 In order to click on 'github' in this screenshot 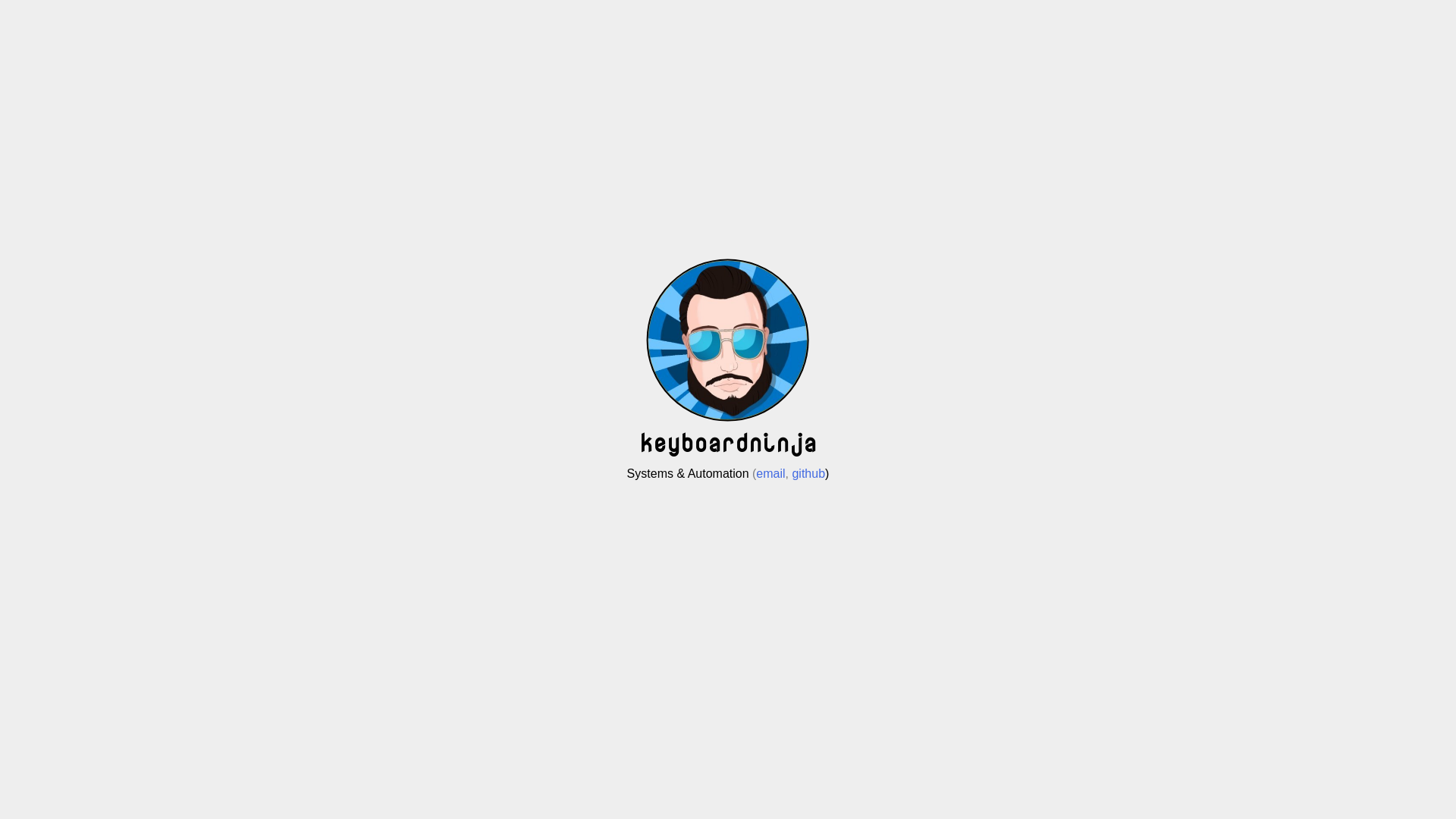, I will do `click(807, 472)`.